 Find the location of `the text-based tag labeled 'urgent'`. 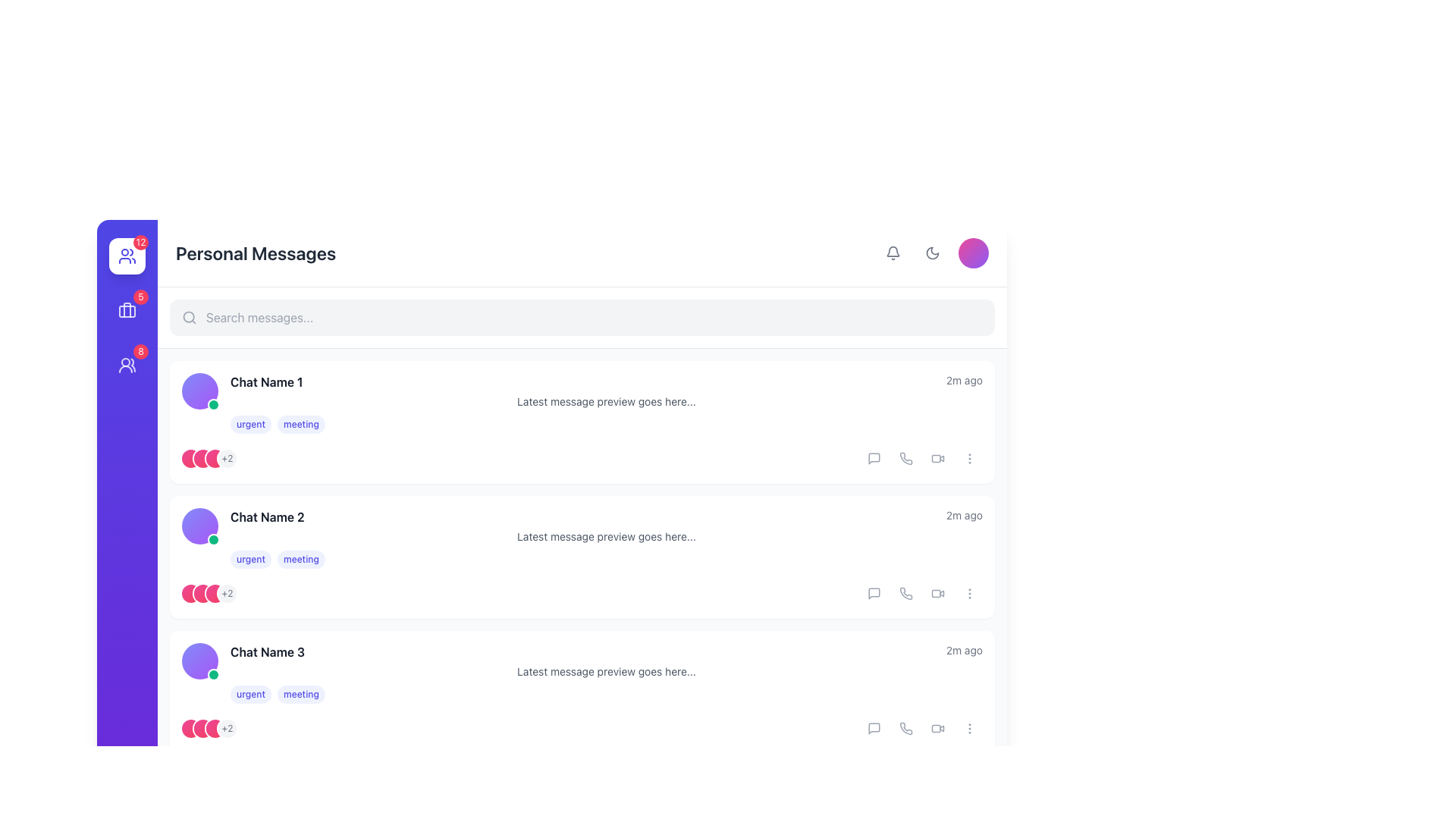

the text-based tag labeled 'urgent' is located at coordinates (251, 424).